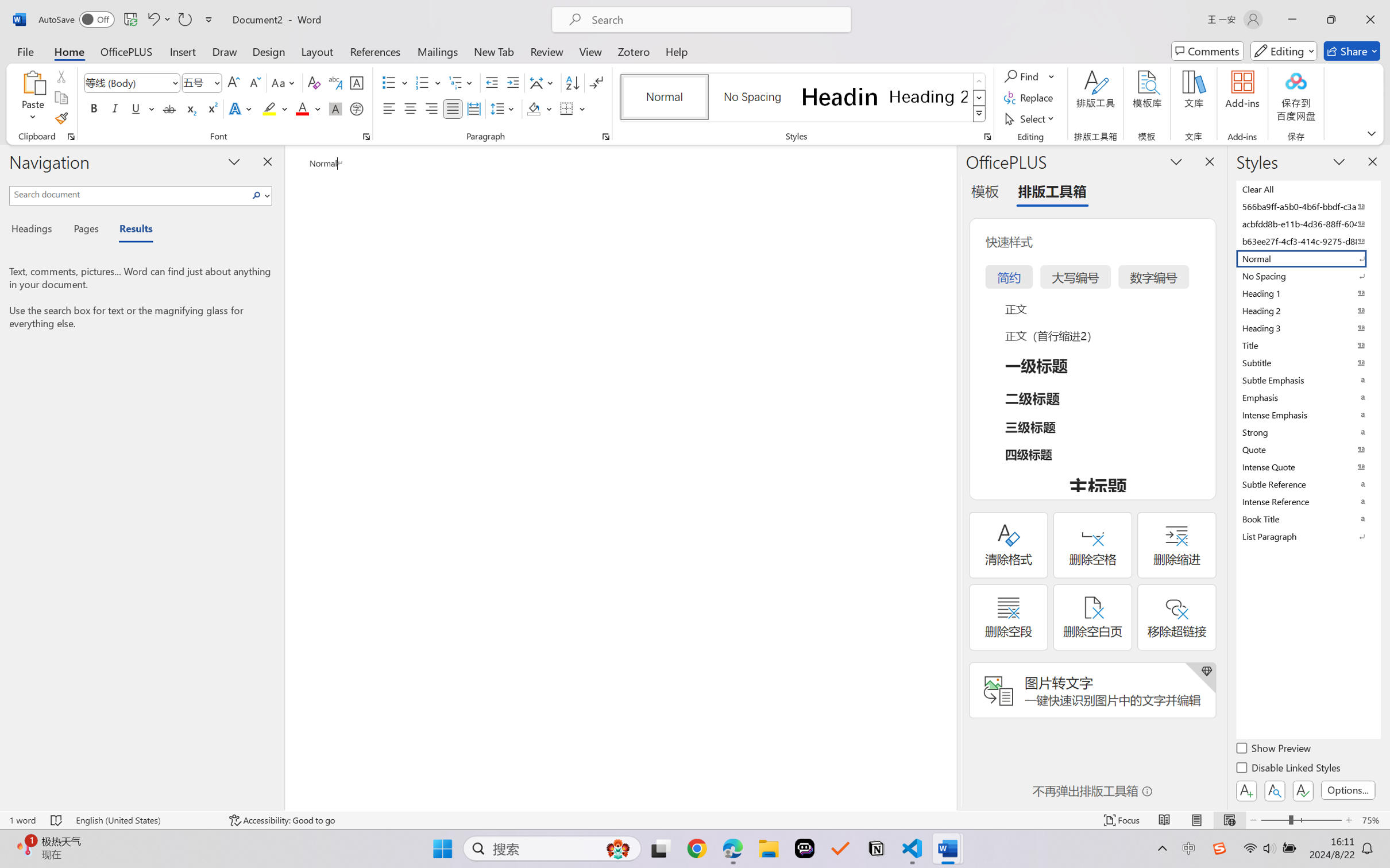  I want to click on 'Intense Quote', so click(1307, 467).